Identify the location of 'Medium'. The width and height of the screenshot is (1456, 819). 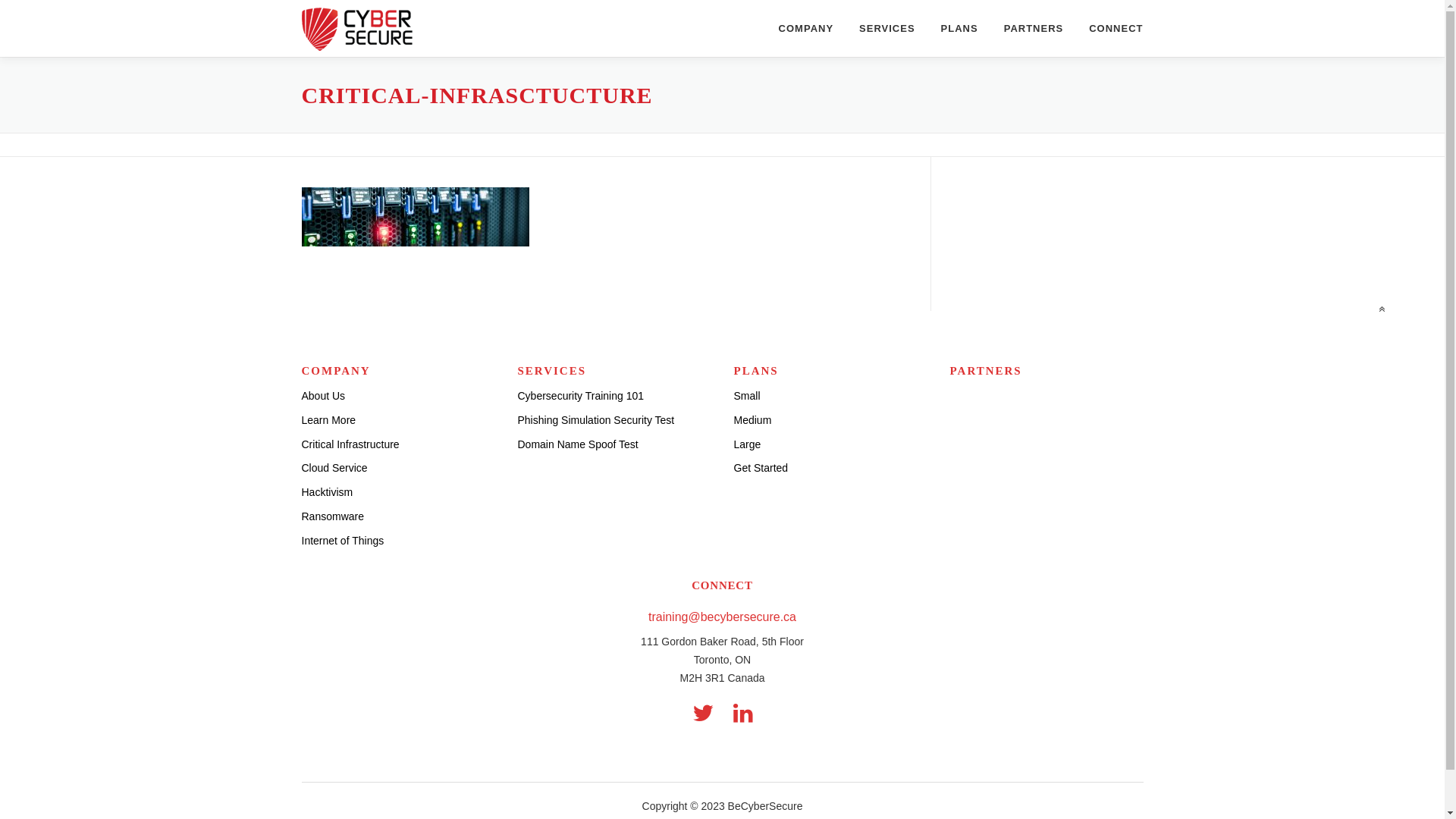
(753, 420).